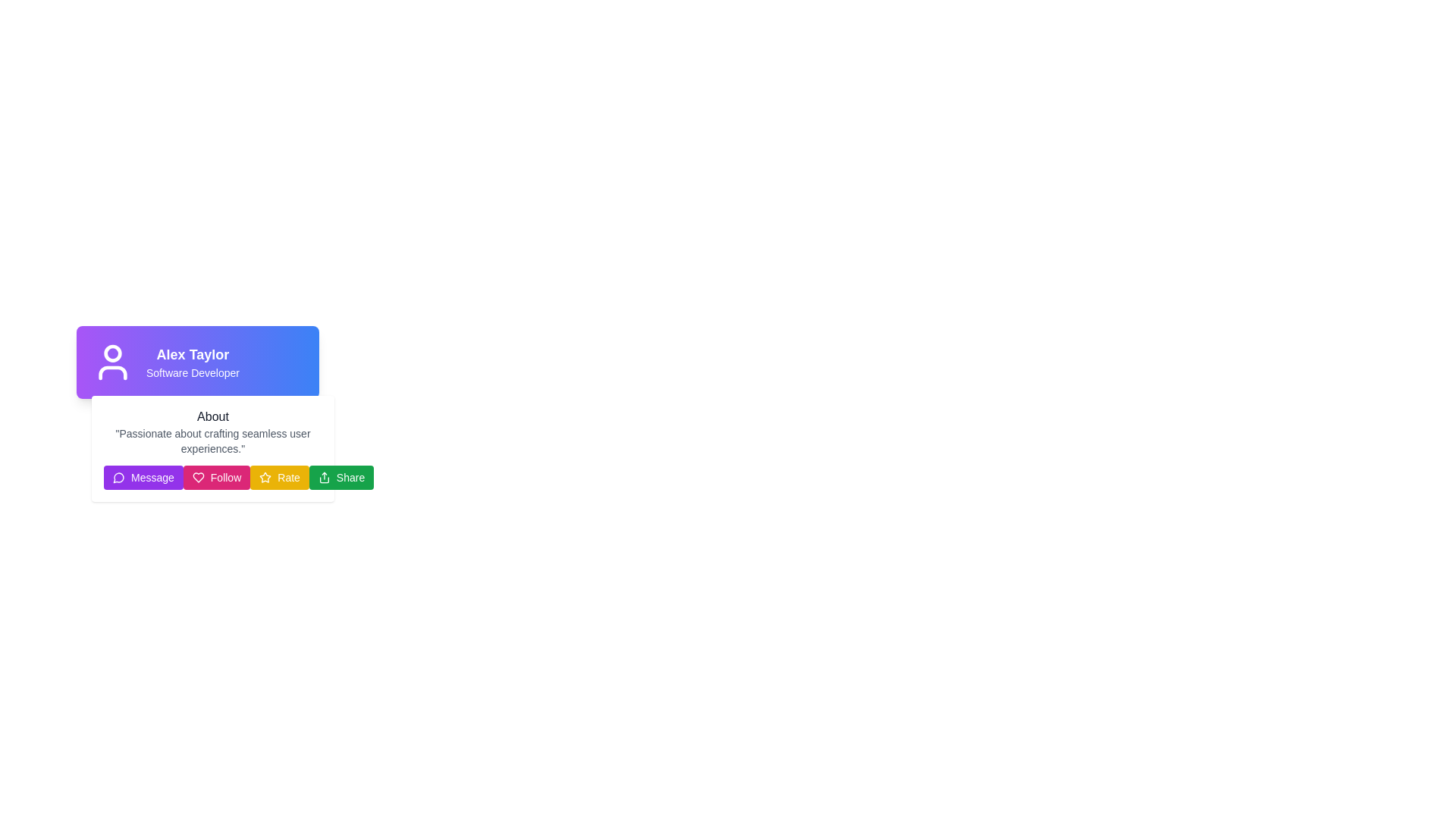  What do you see at coordinates (197, 476) in the screenshot?
I see `the red heart icon button located in the profile card interface` at bounding box center [197, 476].